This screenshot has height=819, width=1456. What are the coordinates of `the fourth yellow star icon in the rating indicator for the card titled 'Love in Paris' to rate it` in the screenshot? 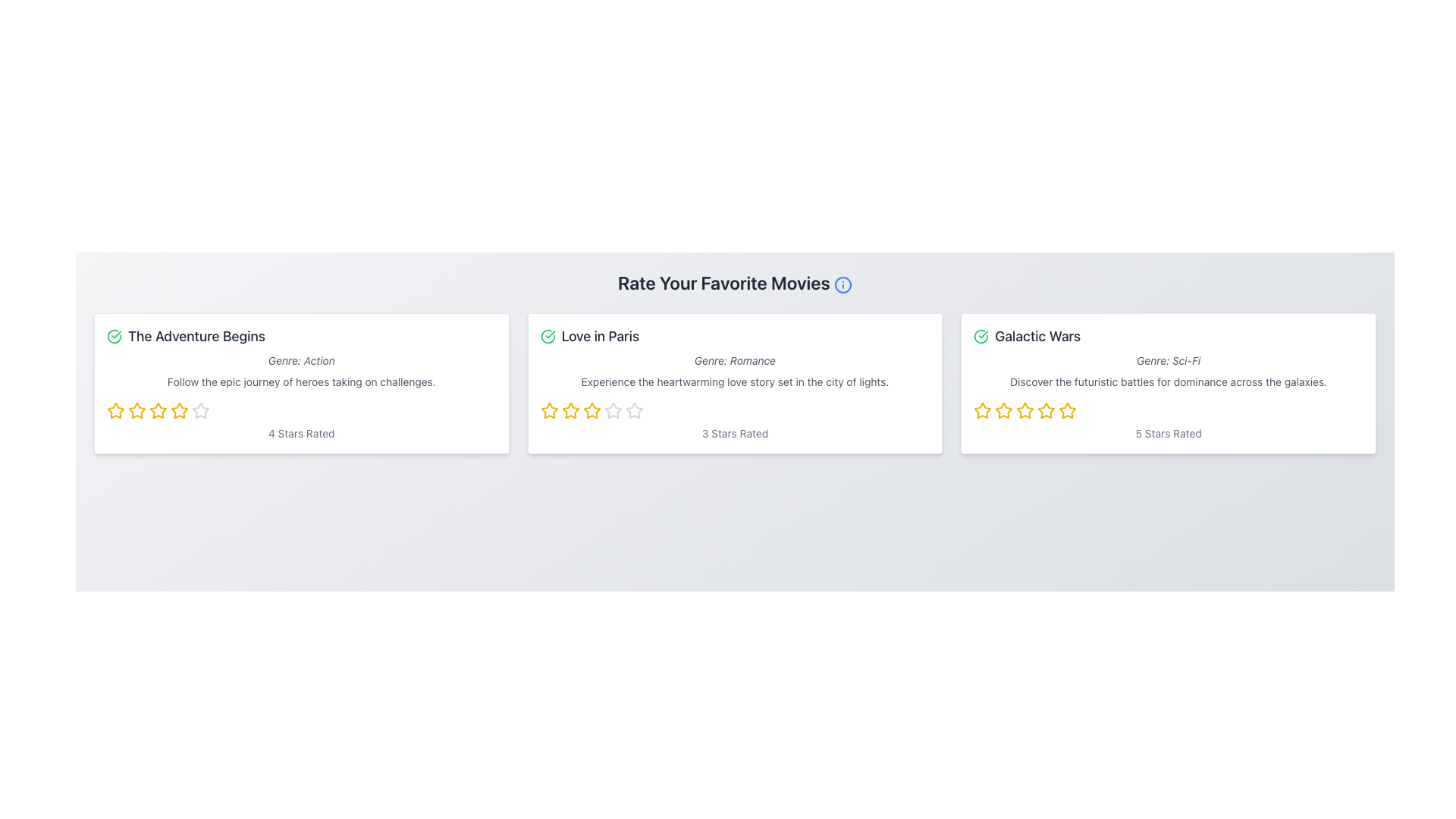 It's located at (591, 411).